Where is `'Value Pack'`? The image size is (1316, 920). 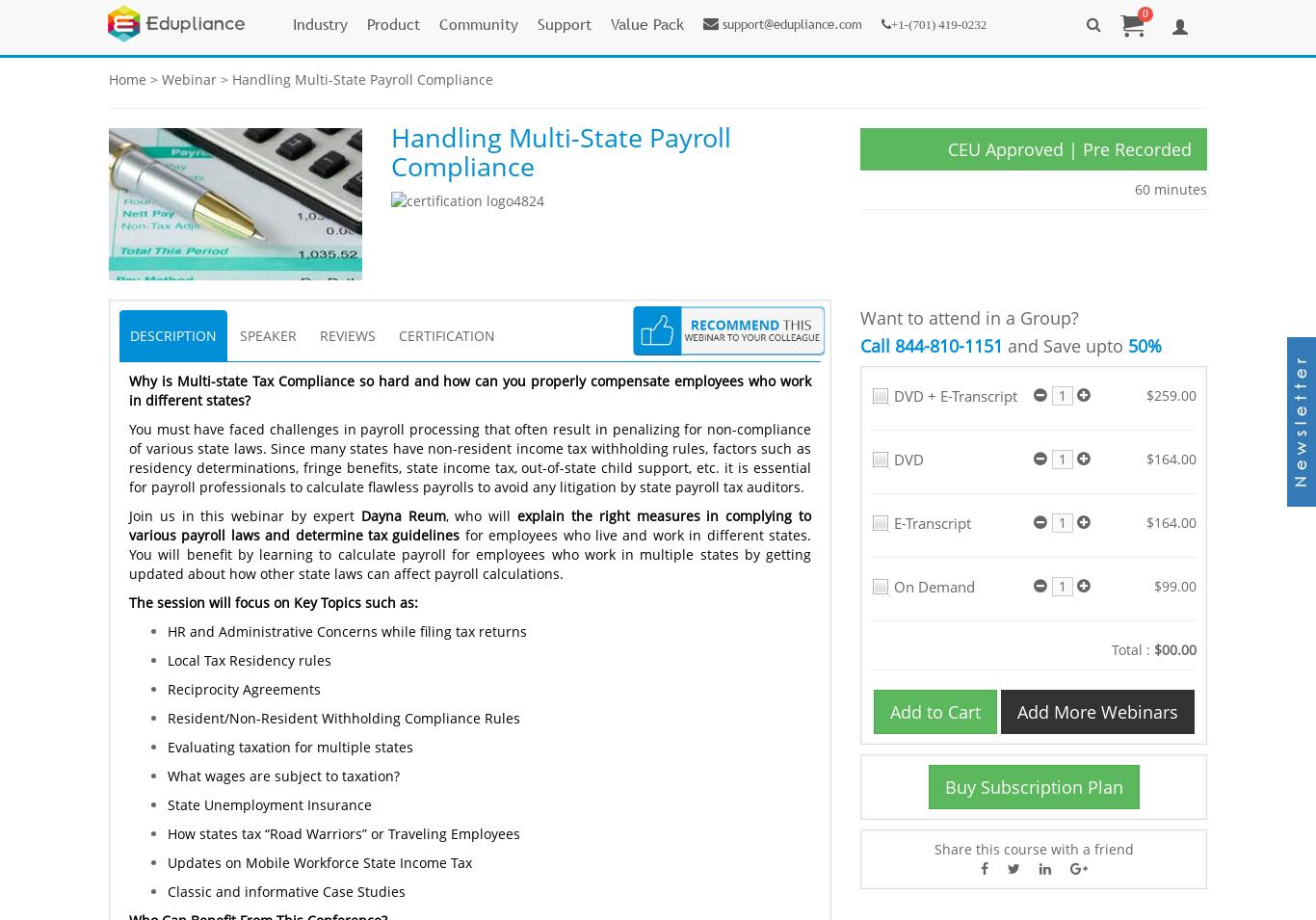
'Value Pack' is located at coordinates (645, 23).